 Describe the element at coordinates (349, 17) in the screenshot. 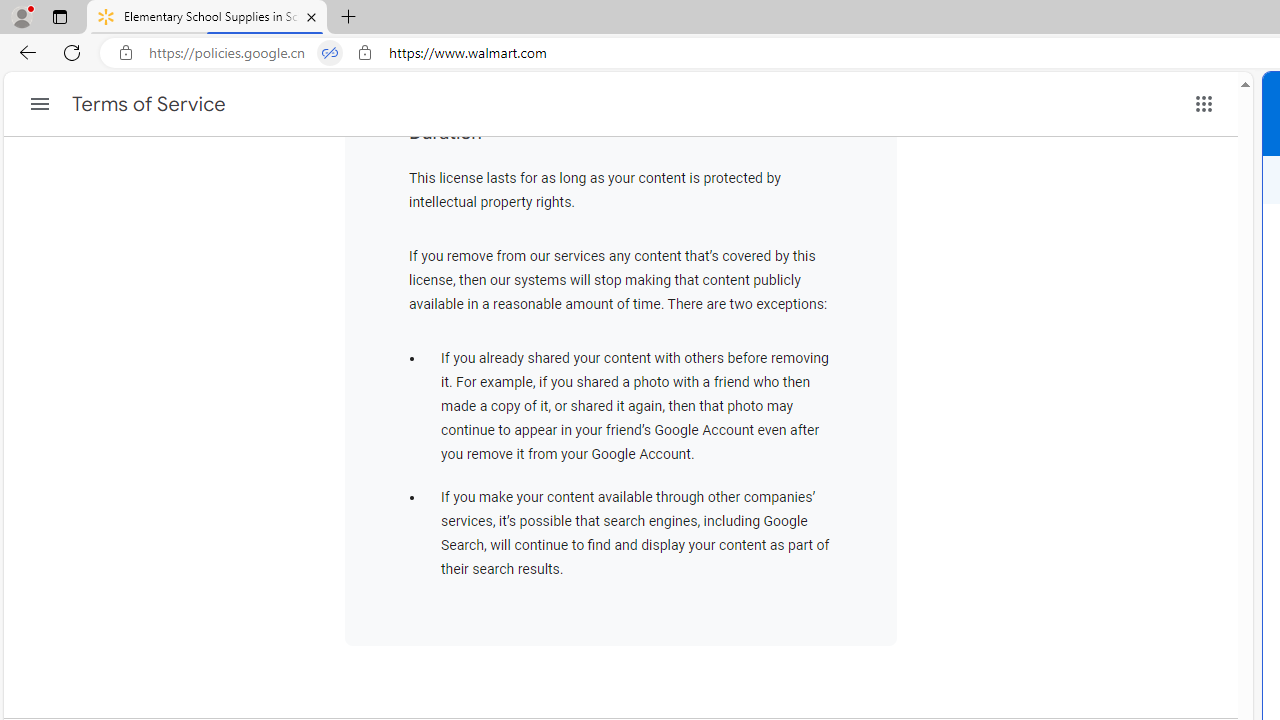

I see `'New Tab'` at that location.